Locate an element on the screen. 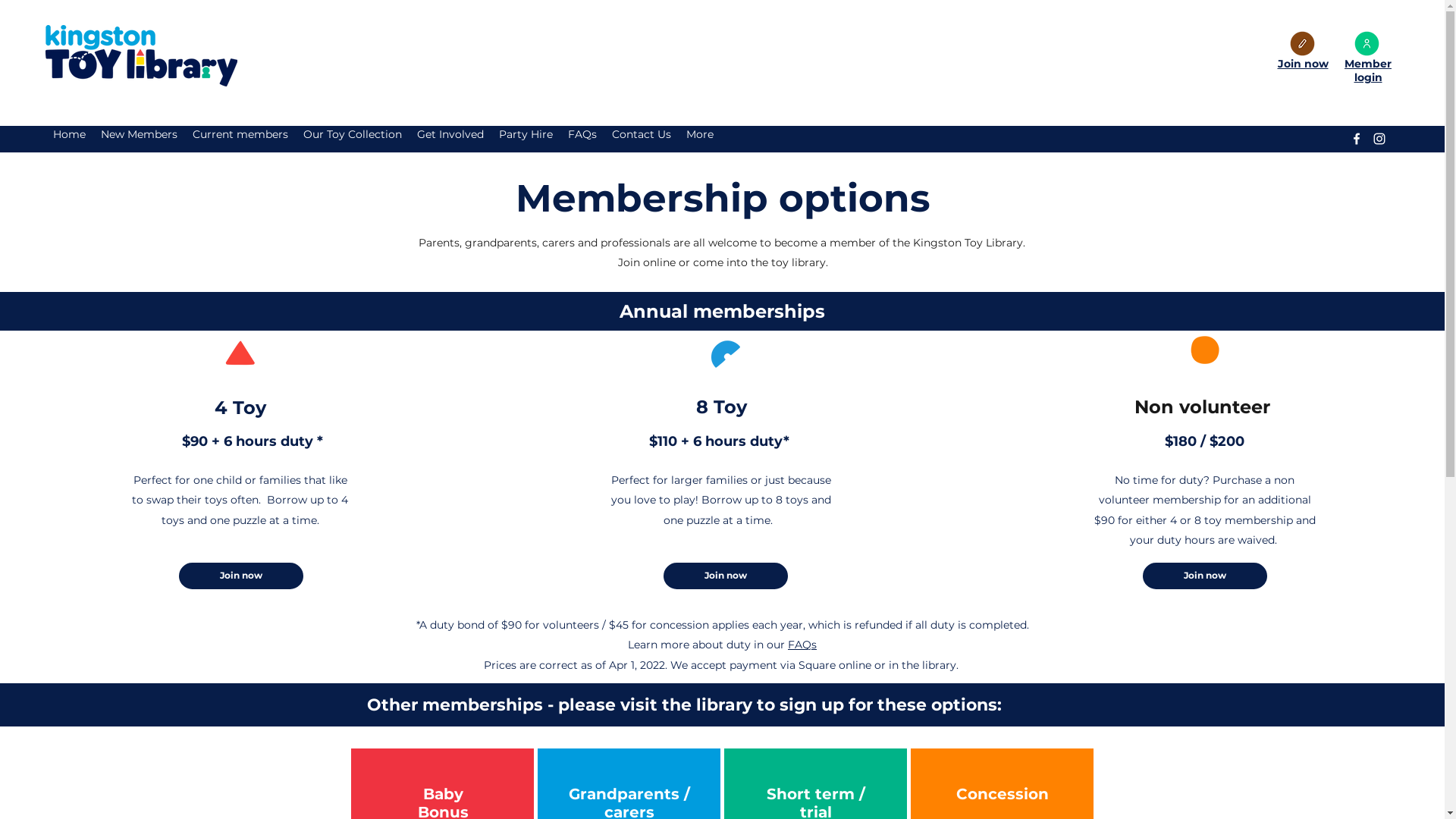 The image size is (1456, 819). 'New Members' is located at coordinates (93, 138).